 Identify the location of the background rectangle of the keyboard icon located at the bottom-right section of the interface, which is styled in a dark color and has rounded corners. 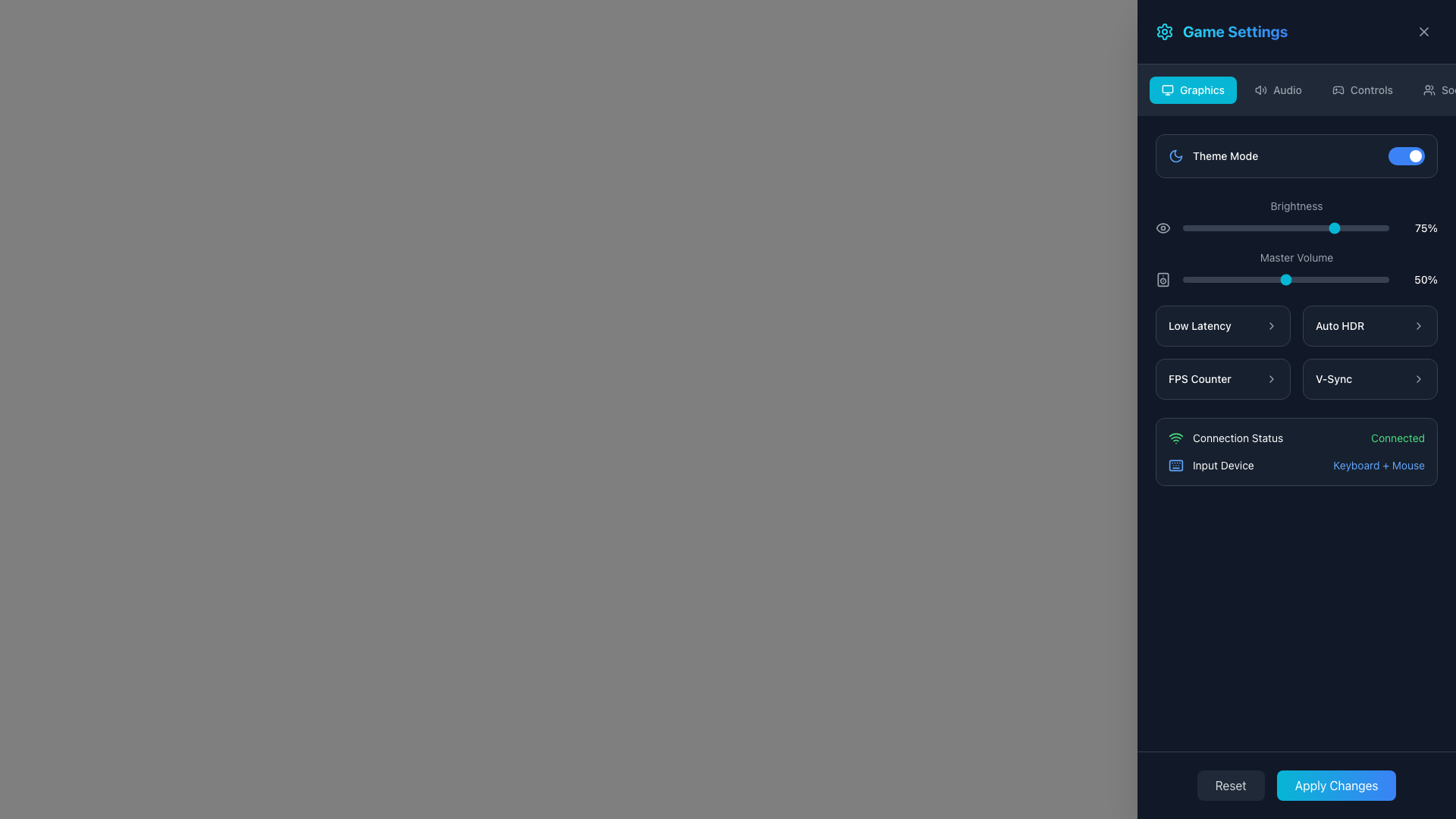
(1175, 464).